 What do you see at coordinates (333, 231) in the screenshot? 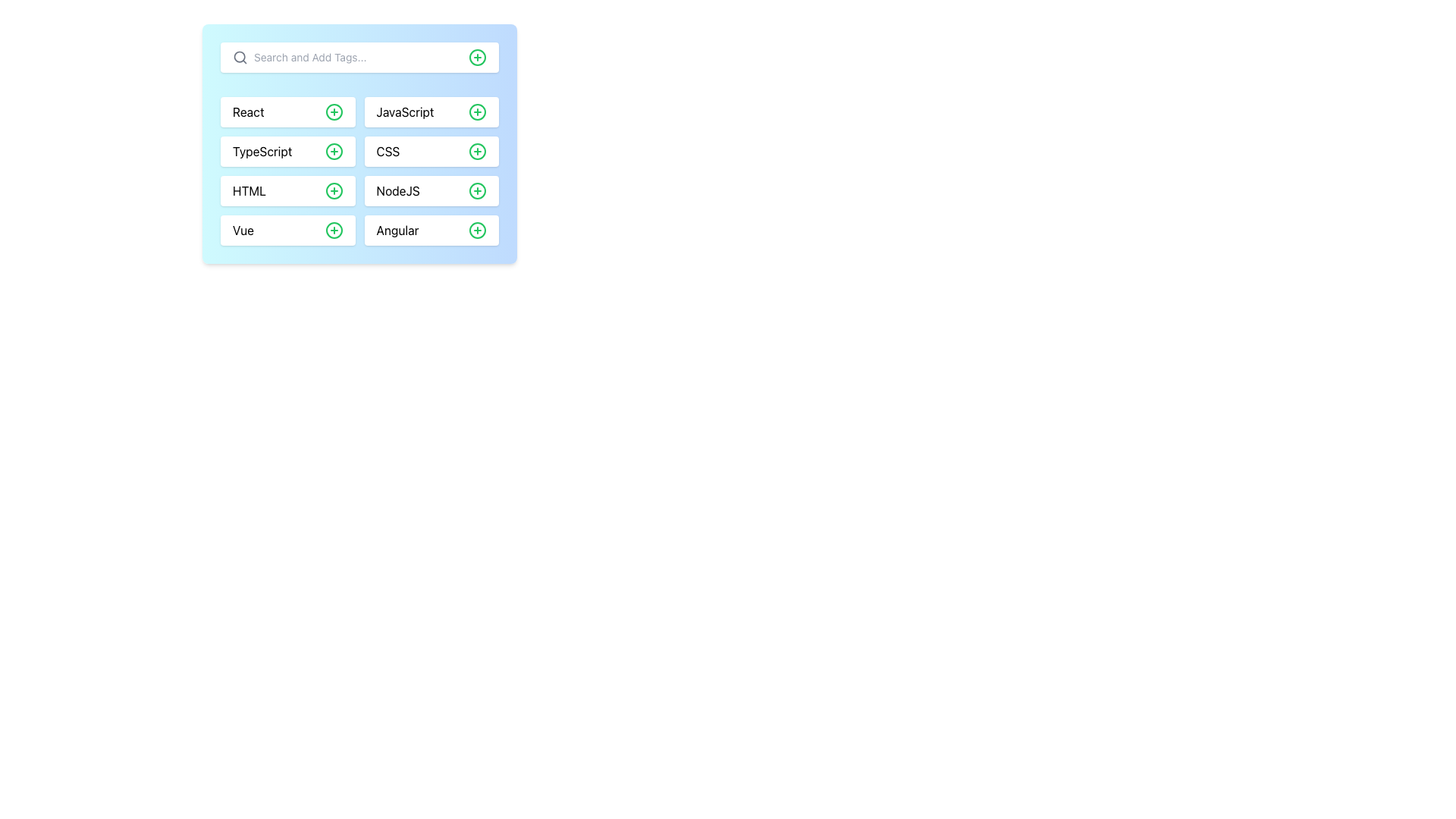
I see `SVG circle element with a green stroke located near the 'Vue' tag in the bottom row of tags` at bounding box center [333, 231].